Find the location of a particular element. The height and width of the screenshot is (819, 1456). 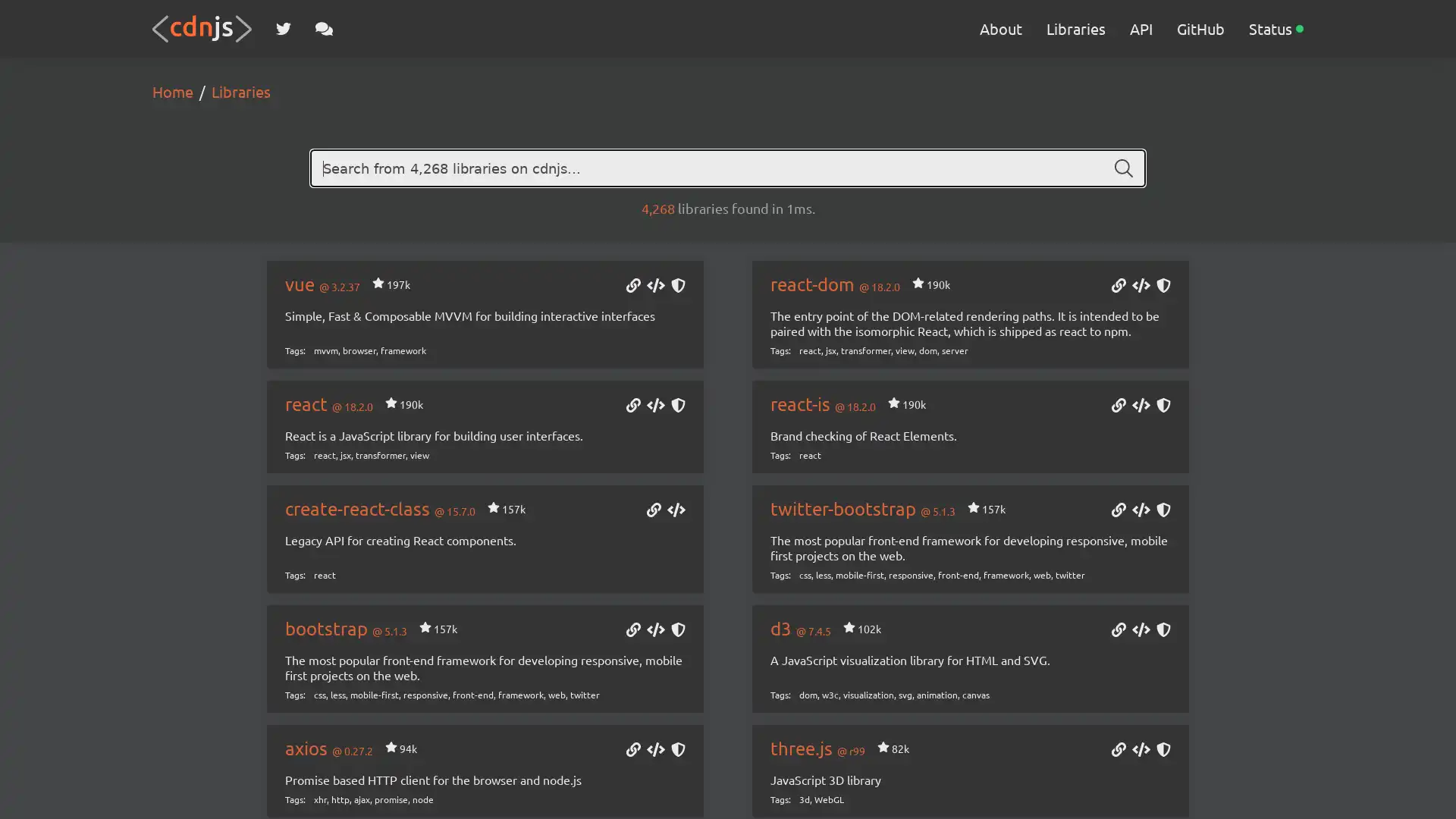

Copy Script Tag is located at coordinates (1140, 406).